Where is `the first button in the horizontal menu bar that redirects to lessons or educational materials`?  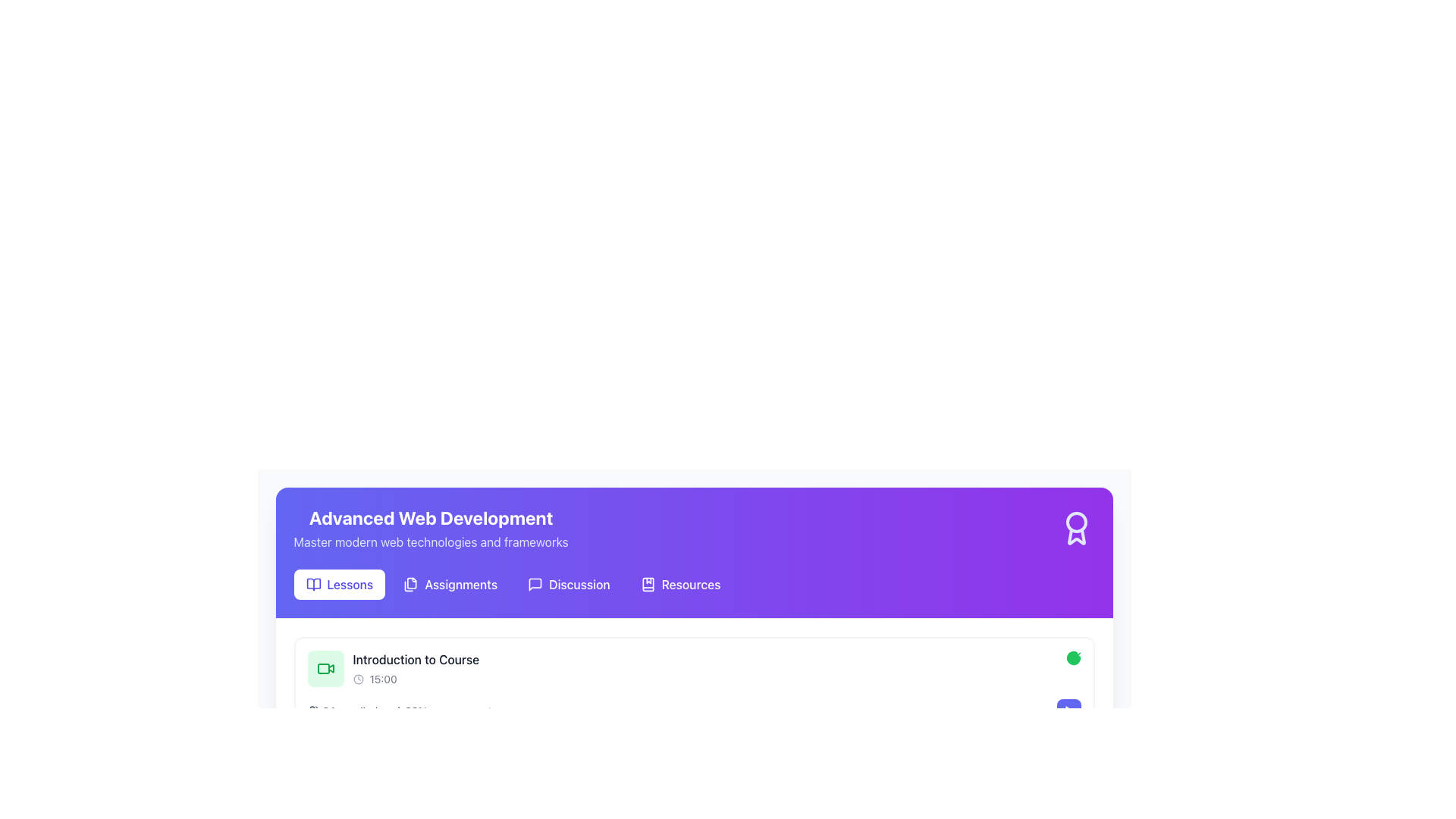 the first button in the horizontal menu bar that redirects to lessons or educational materials is located at coordinates (338, 584).